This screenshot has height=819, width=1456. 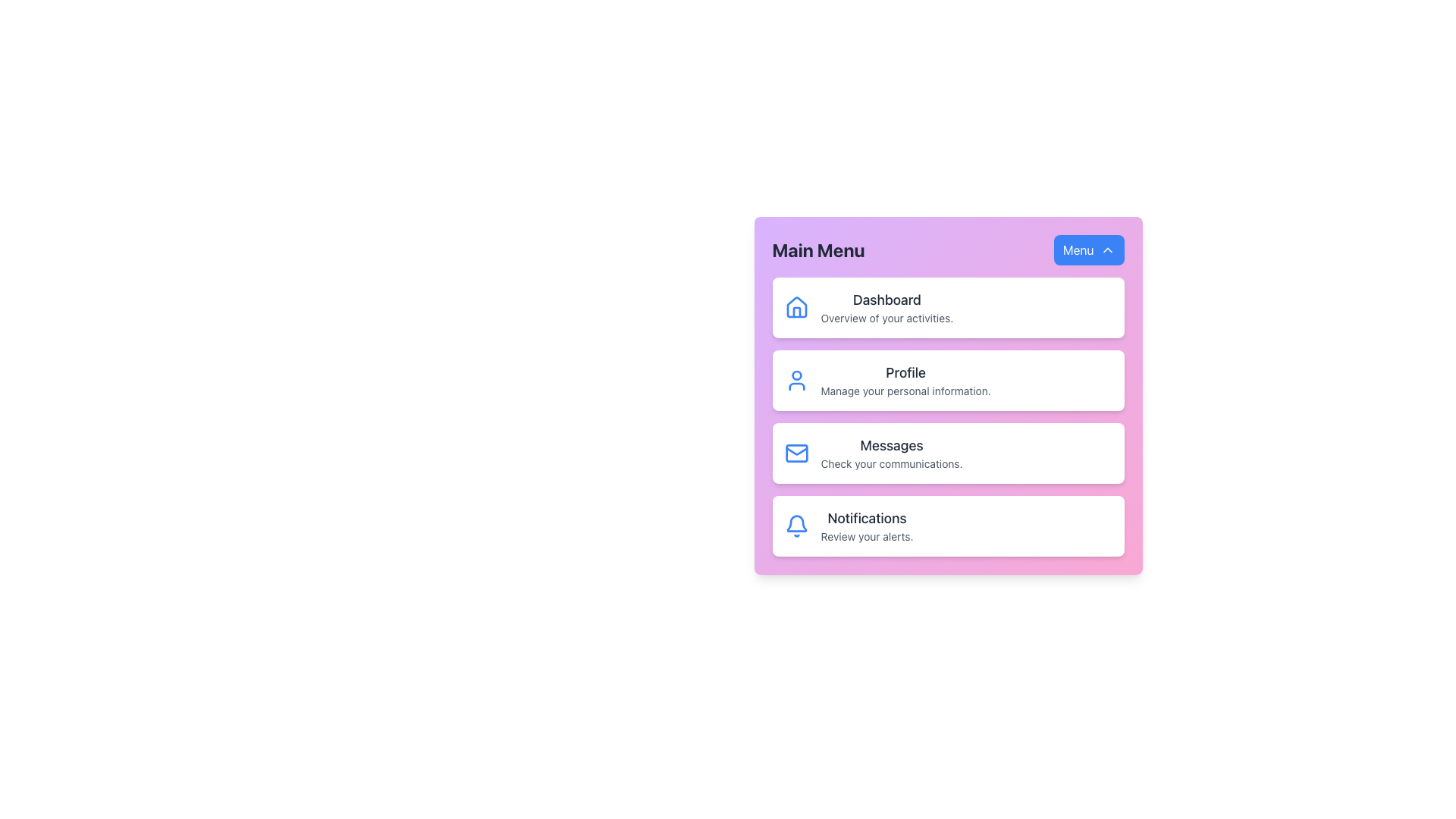 I want to click on the Composite text element that describes the 'Notifications' menu item, located at the bottom of the vertical stack of menu options, so click(x=867, y=526).